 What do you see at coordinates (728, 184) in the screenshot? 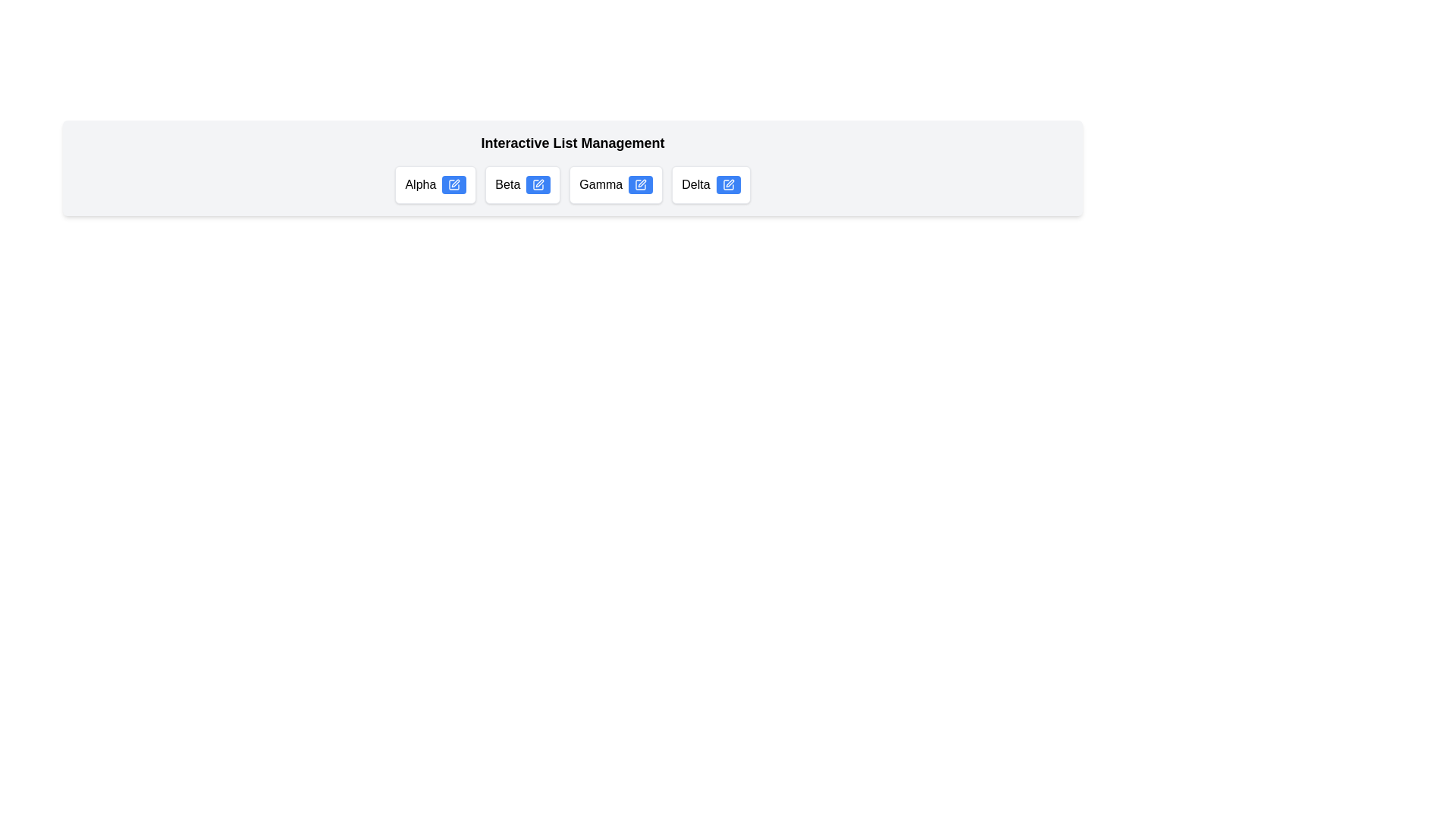
I see `the pen icon with a blue background located within the last button labeled 'Delta'` at bounding box center [728, 184].